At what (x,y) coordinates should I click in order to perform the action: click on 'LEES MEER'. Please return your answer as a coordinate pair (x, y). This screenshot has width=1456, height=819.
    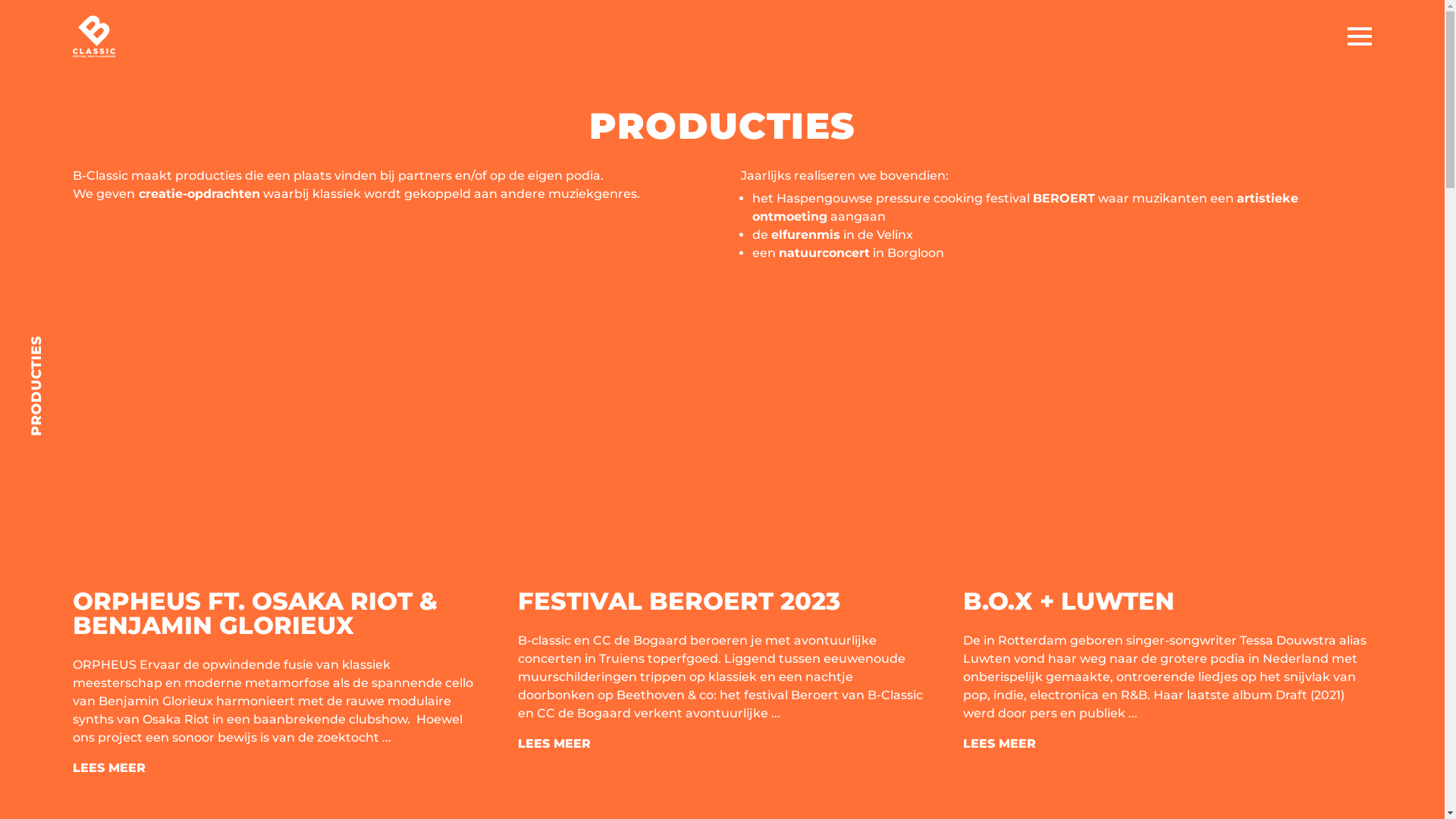
    Looking at the image, I should click on (999, 742).